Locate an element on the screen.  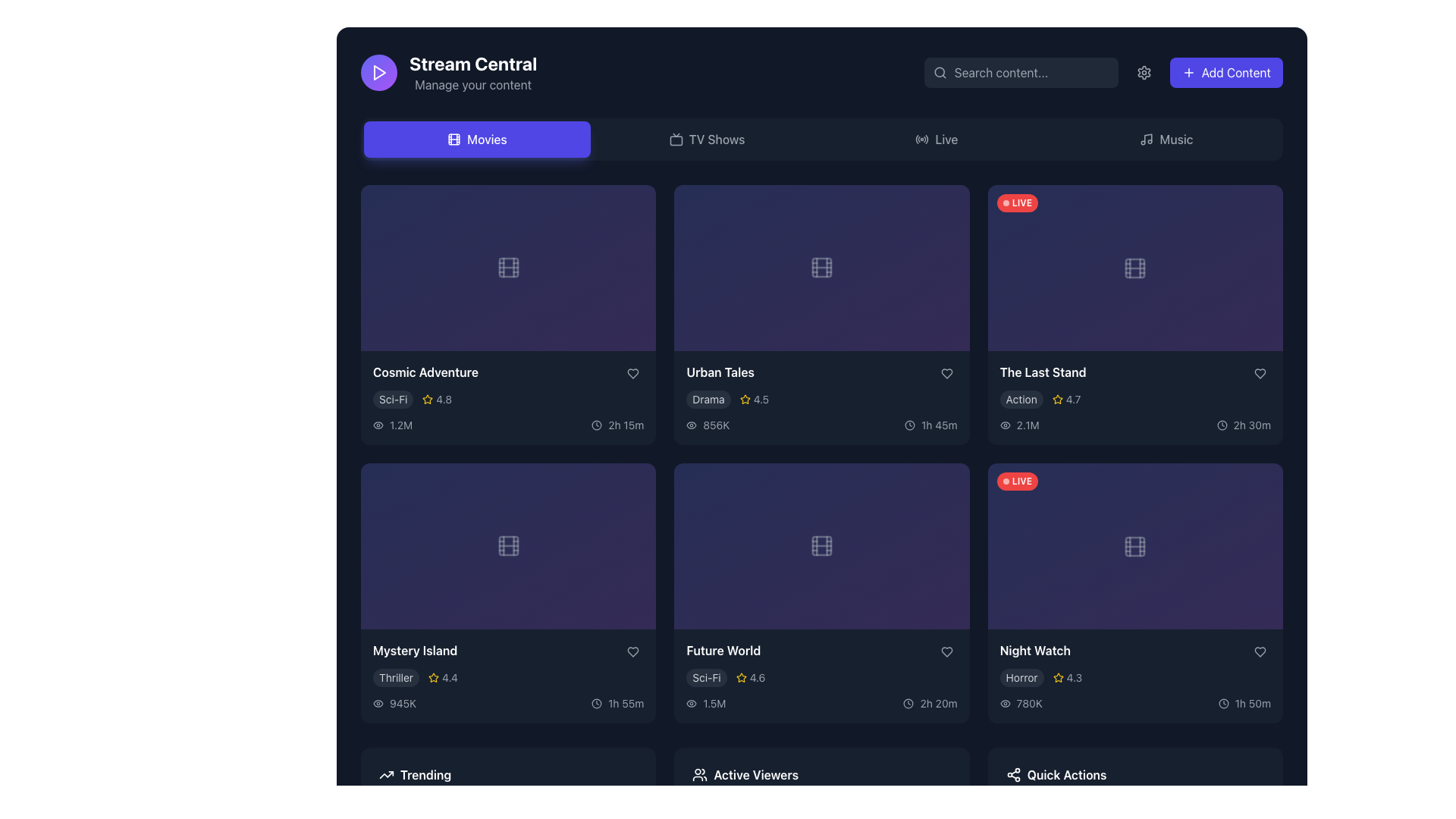
displayed time from the Text label located at the bottom-right of the 'Night Watch' card, positioned to the right of the clock icon is located at coordinates (1253, 704).